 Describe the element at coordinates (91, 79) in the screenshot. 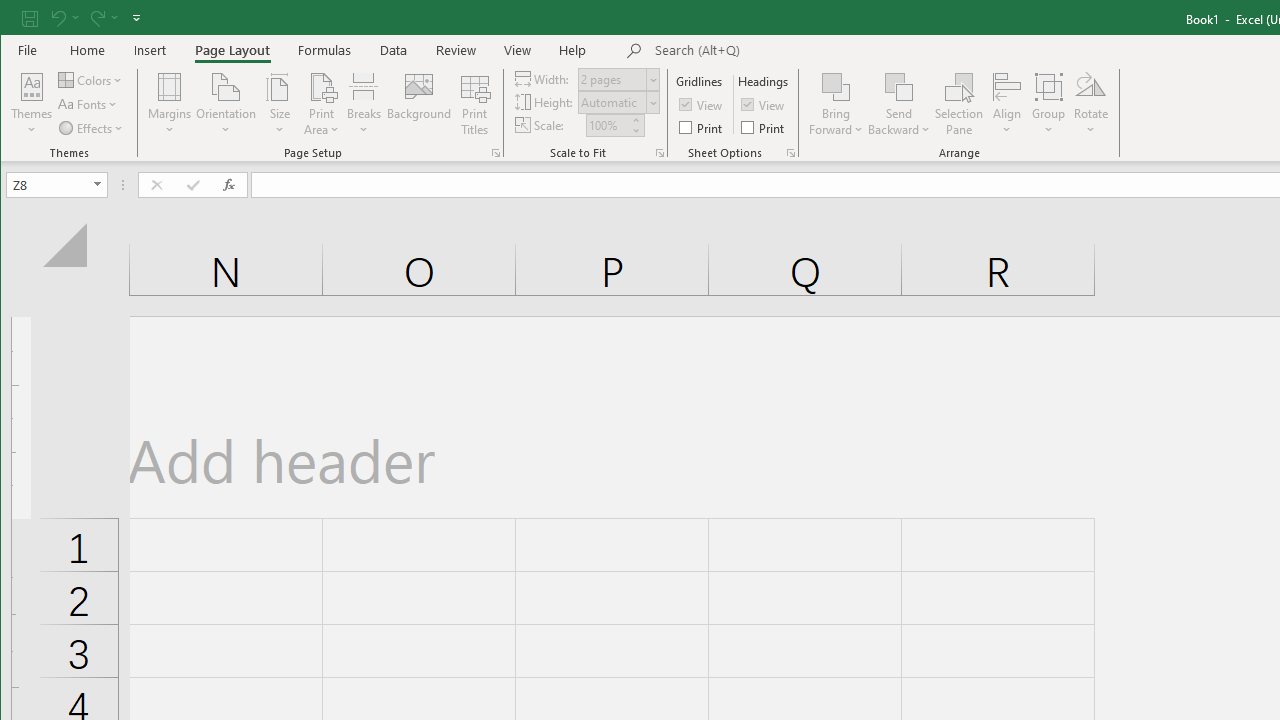

I see `'Colors'` at that location.